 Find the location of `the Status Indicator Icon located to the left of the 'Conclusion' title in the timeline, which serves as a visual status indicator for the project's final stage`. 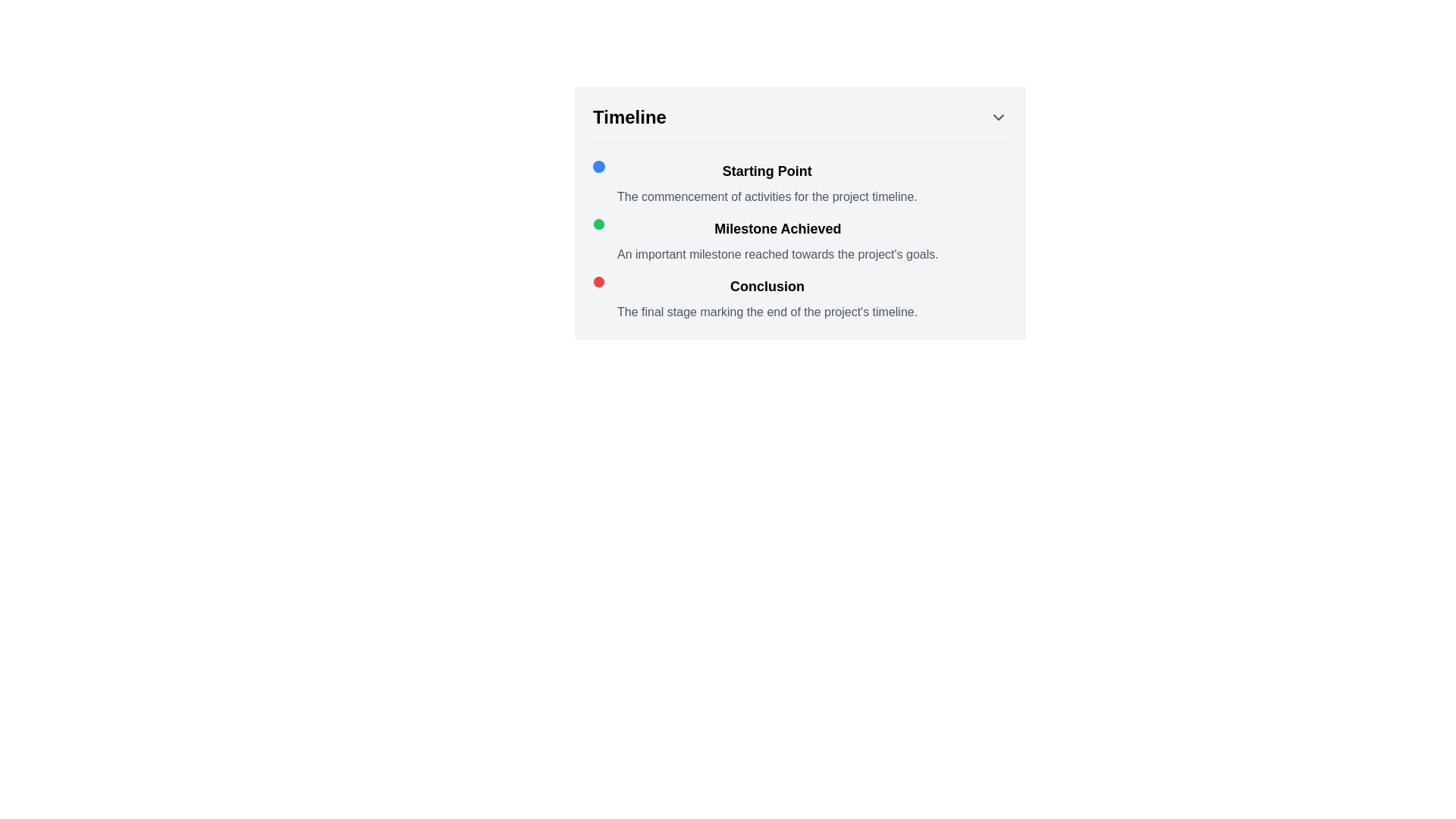

the Status Indicator Icon located to the left of the 'Conclusion' title in the timeline, which serves as a visual status indicator for the project's final stage is located at coordinates (598, 281).